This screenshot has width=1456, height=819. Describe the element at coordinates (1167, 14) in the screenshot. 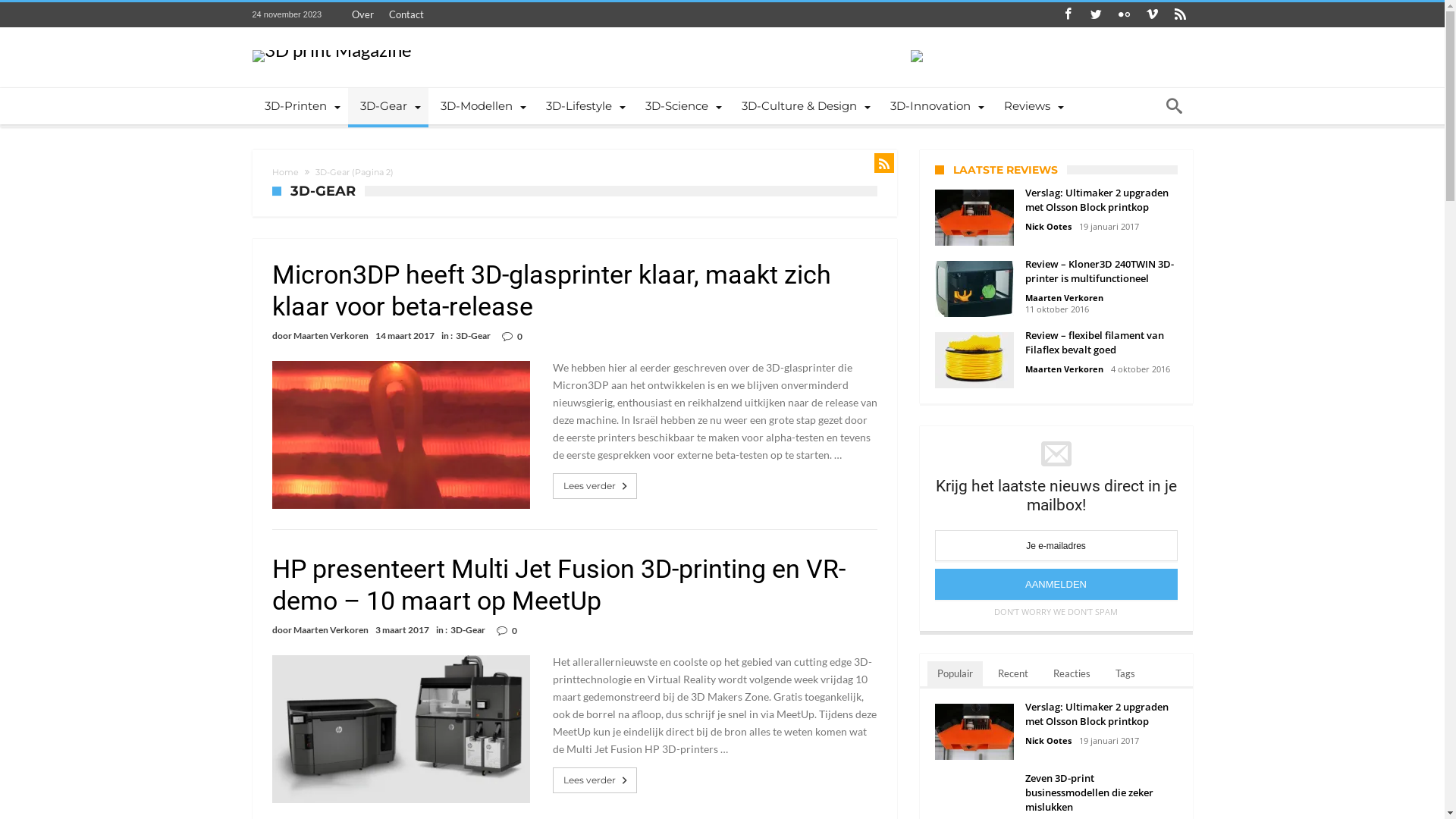

I see `'Rss'` at that location.